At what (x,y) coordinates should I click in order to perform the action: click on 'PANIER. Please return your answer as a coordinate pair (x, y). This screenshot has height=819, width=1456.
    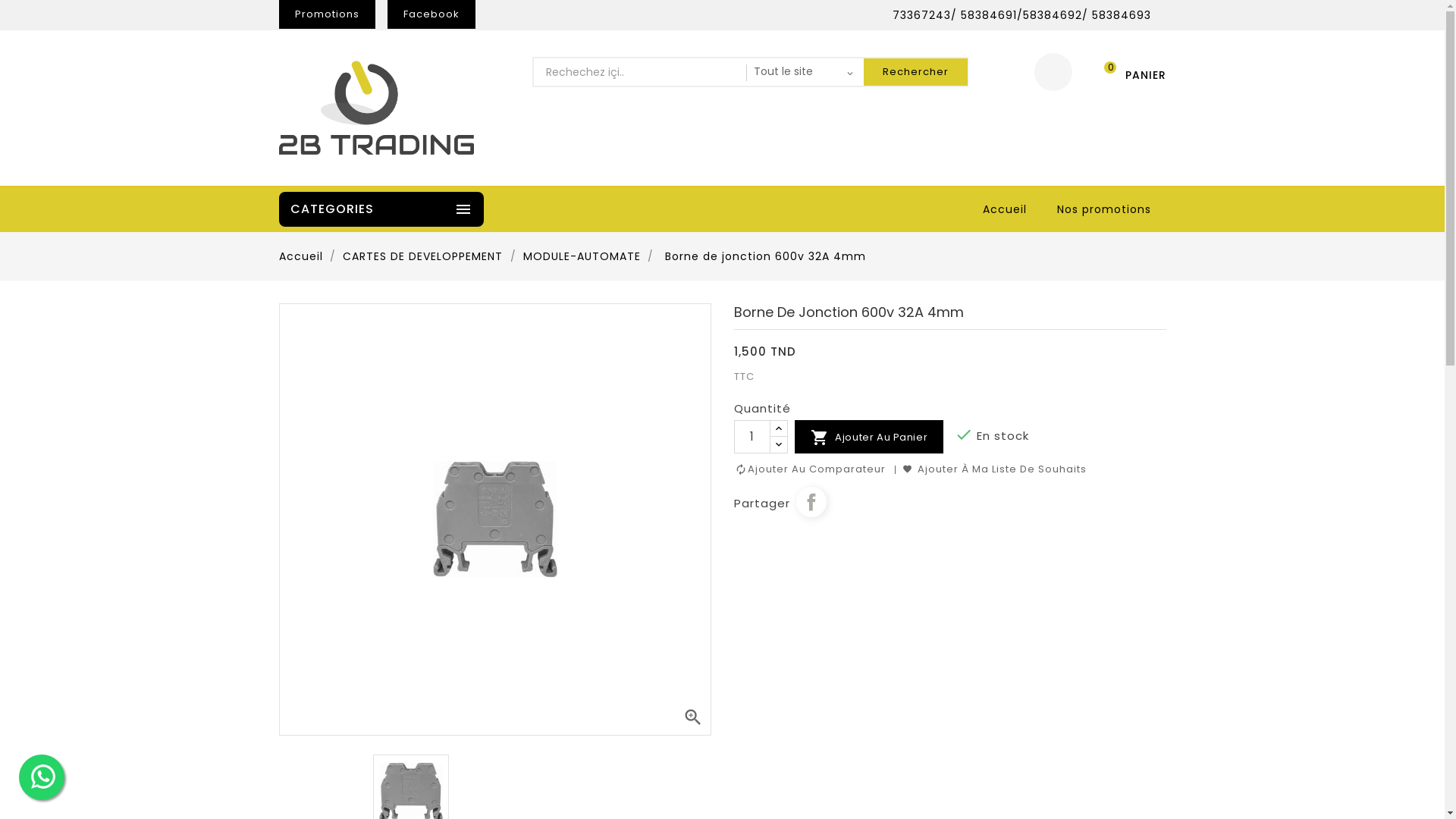
    Looking at the image, I should click on (1128, 72).